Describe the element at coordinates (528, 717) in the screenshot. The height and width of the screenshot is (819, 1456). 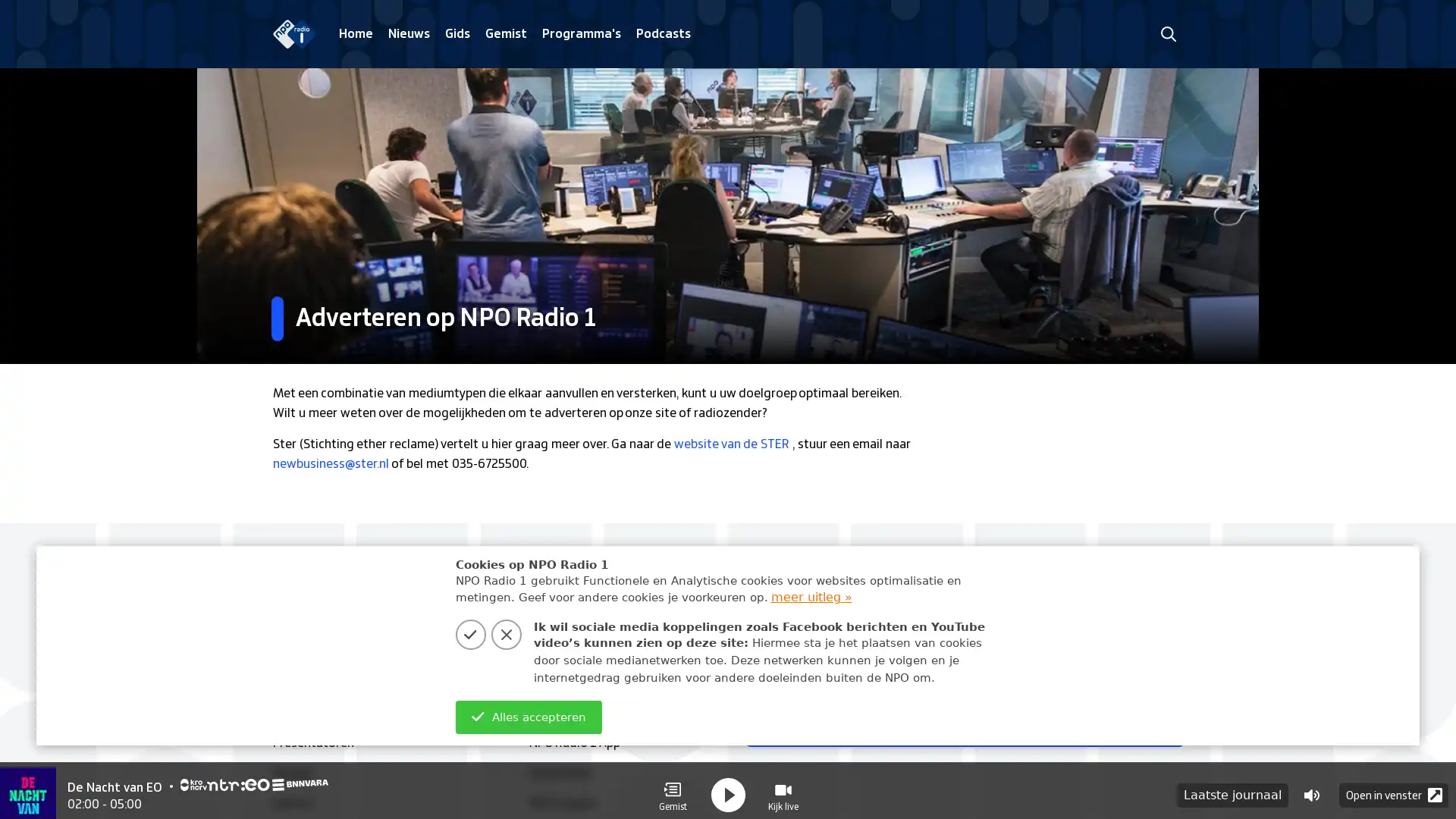
I see `Alles accepteren` at that location.